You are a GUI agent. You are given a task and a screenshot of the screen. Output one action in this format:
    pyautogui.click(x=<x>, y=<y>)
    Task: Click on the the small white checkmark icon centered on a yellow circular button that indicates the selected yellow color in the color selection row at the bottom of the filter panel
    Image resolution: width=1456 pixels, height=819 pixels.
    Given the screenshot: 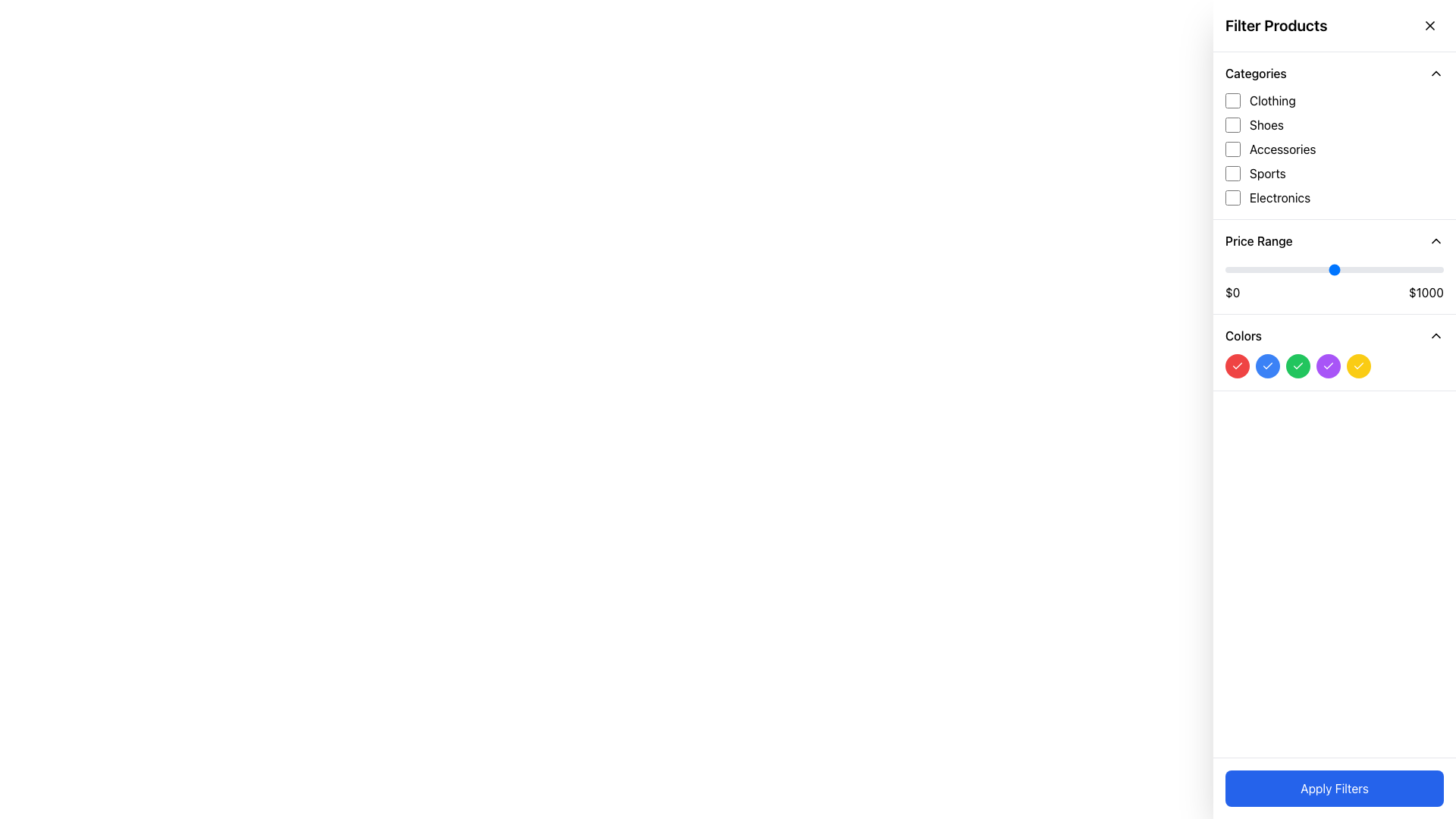 What is the action you would take?
    pyautogui.click(x=1358, y=366)
    